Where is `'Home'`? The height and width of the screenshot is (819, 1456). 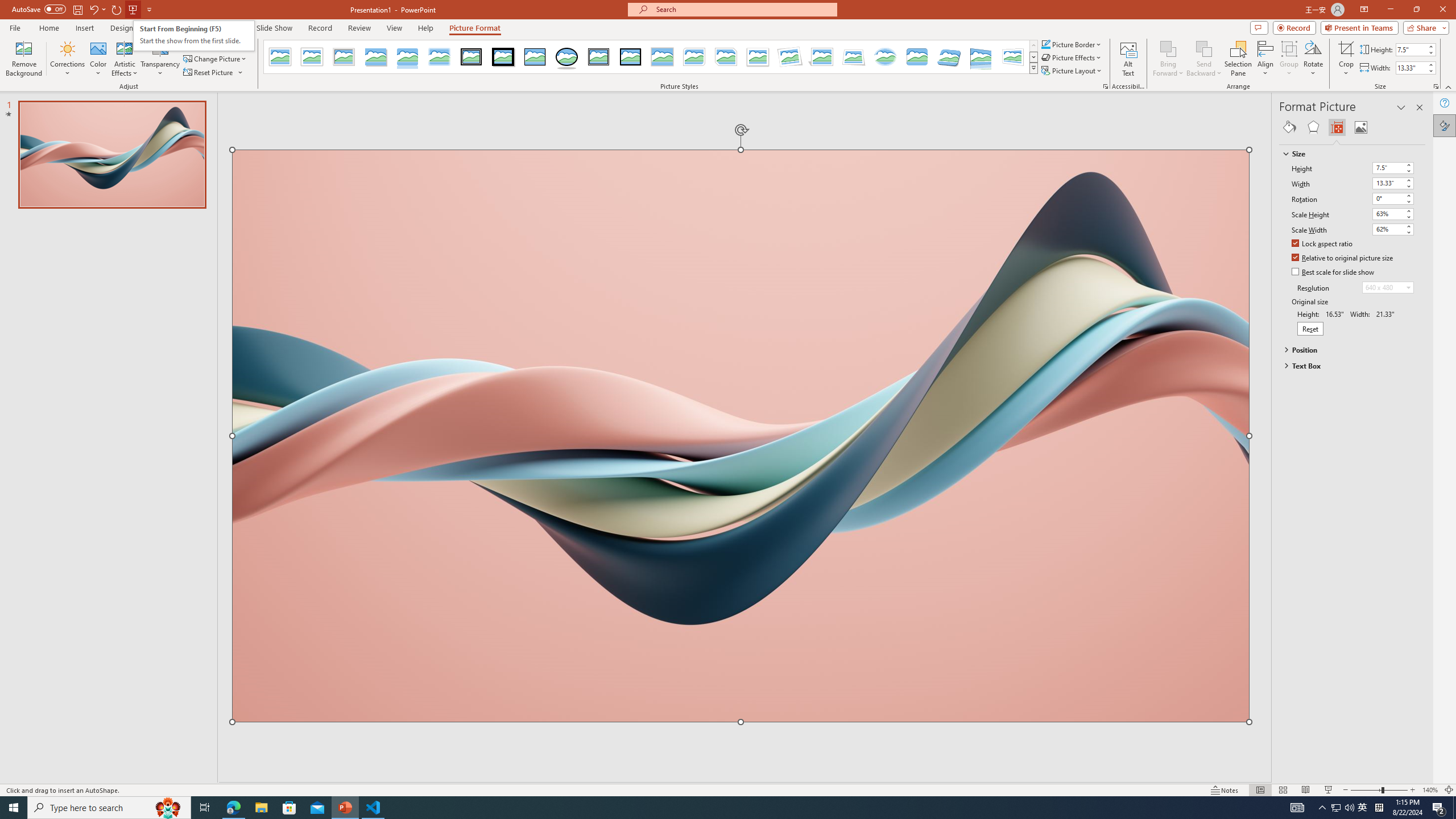 'Home' is located at coordinates (48, 28).